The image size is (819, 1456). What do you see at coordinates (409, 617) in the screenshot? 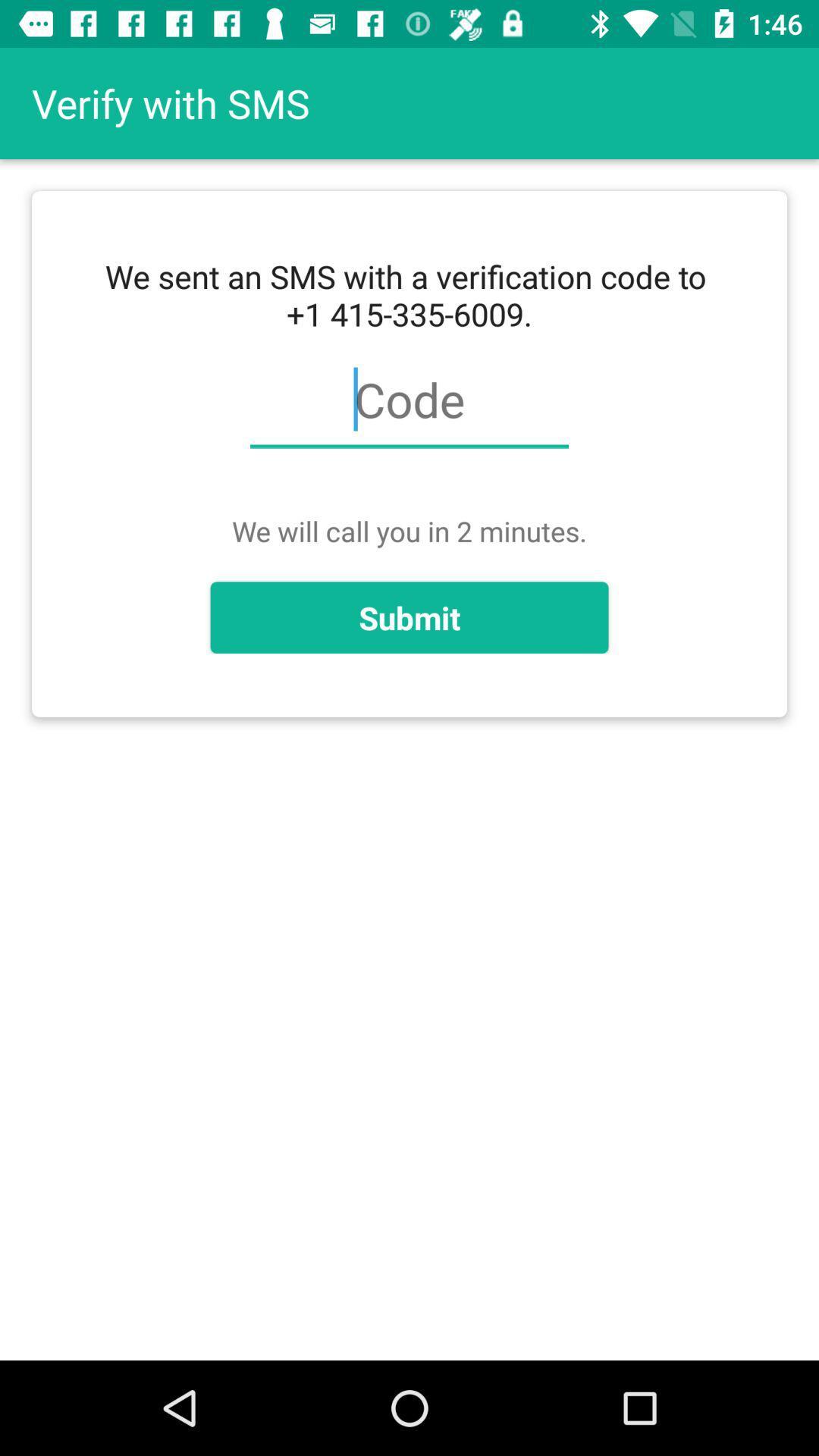
I see `the submit` at bounding box center [409, 617].